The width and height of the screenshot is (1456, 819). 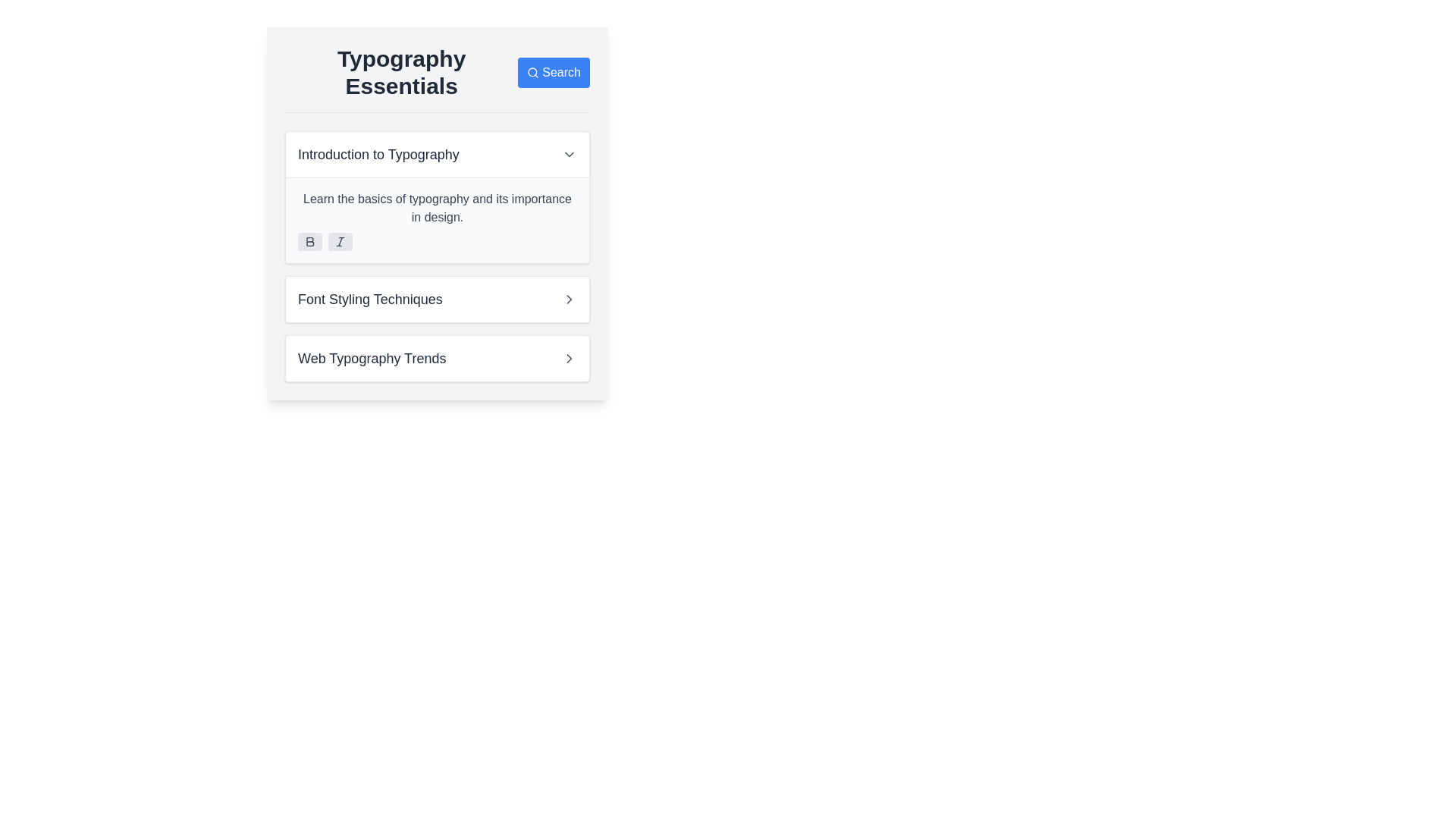 What do you see at coordinates (532, 73) in the screenshot?
I see `the search icon located within the blue button labeled 'Search' to initiate a search action` at bounding box center [532, 73].